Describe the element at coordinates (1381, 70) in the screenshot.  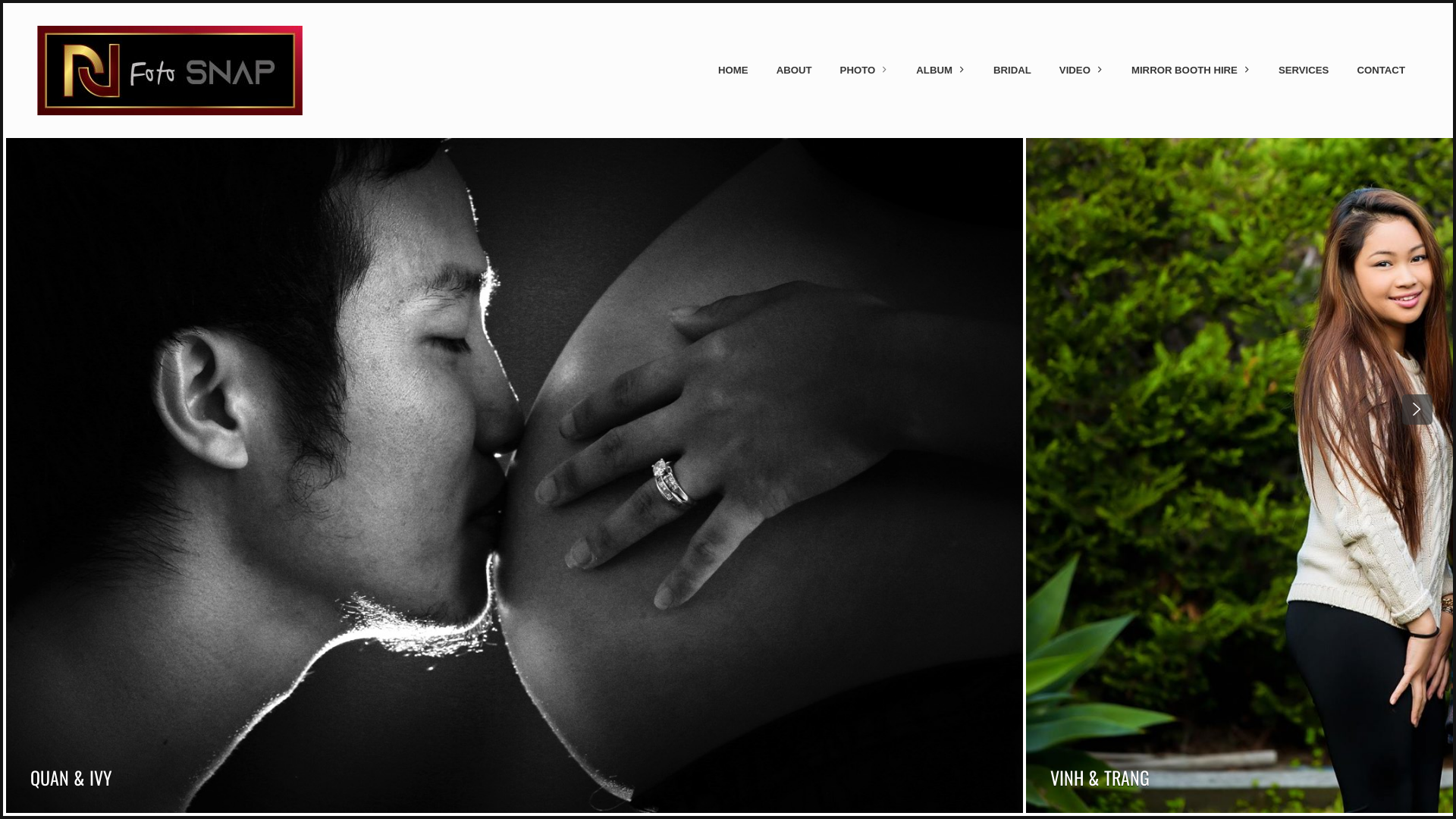
I see `'CONTACT'` at that location.